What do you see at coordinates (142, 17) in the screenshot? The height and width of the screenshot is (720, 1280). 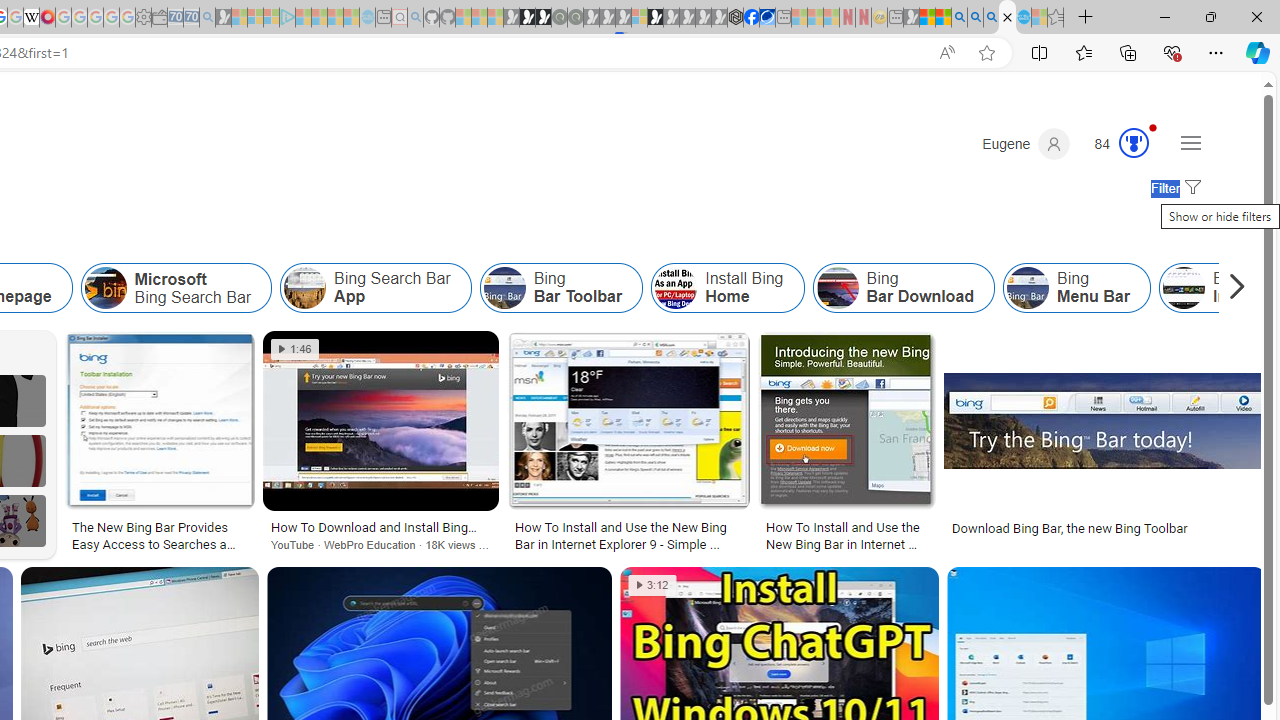 I see `'Settings - Sleeping'` at bounding box center [142, 17].